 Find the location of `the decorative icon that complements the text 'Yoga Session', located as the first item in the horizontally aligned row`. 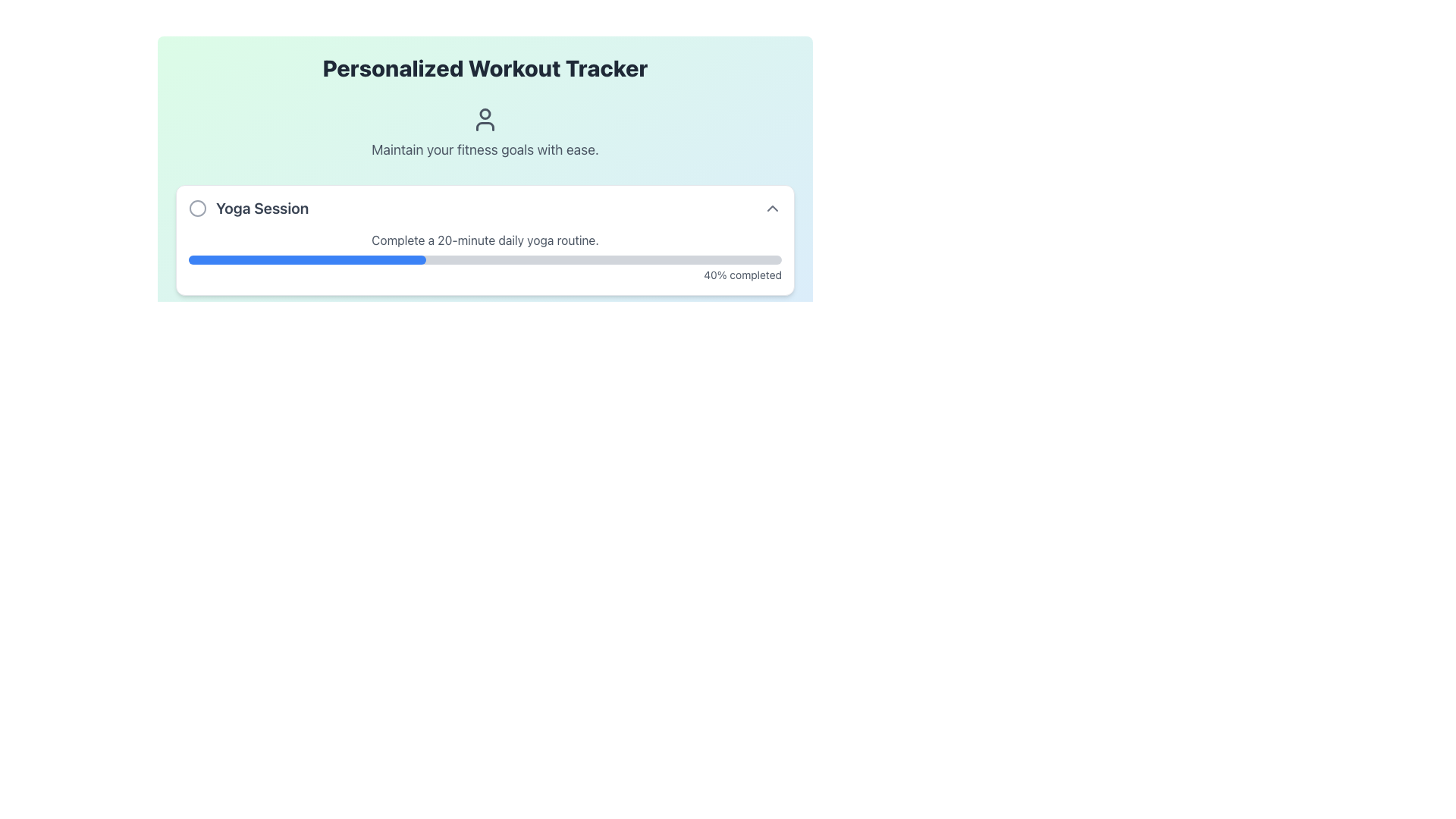

the decorative icon that complements the text 'Yoga Session', located as the first item in the horizontally aligned row is located at coordinates (196, 208).